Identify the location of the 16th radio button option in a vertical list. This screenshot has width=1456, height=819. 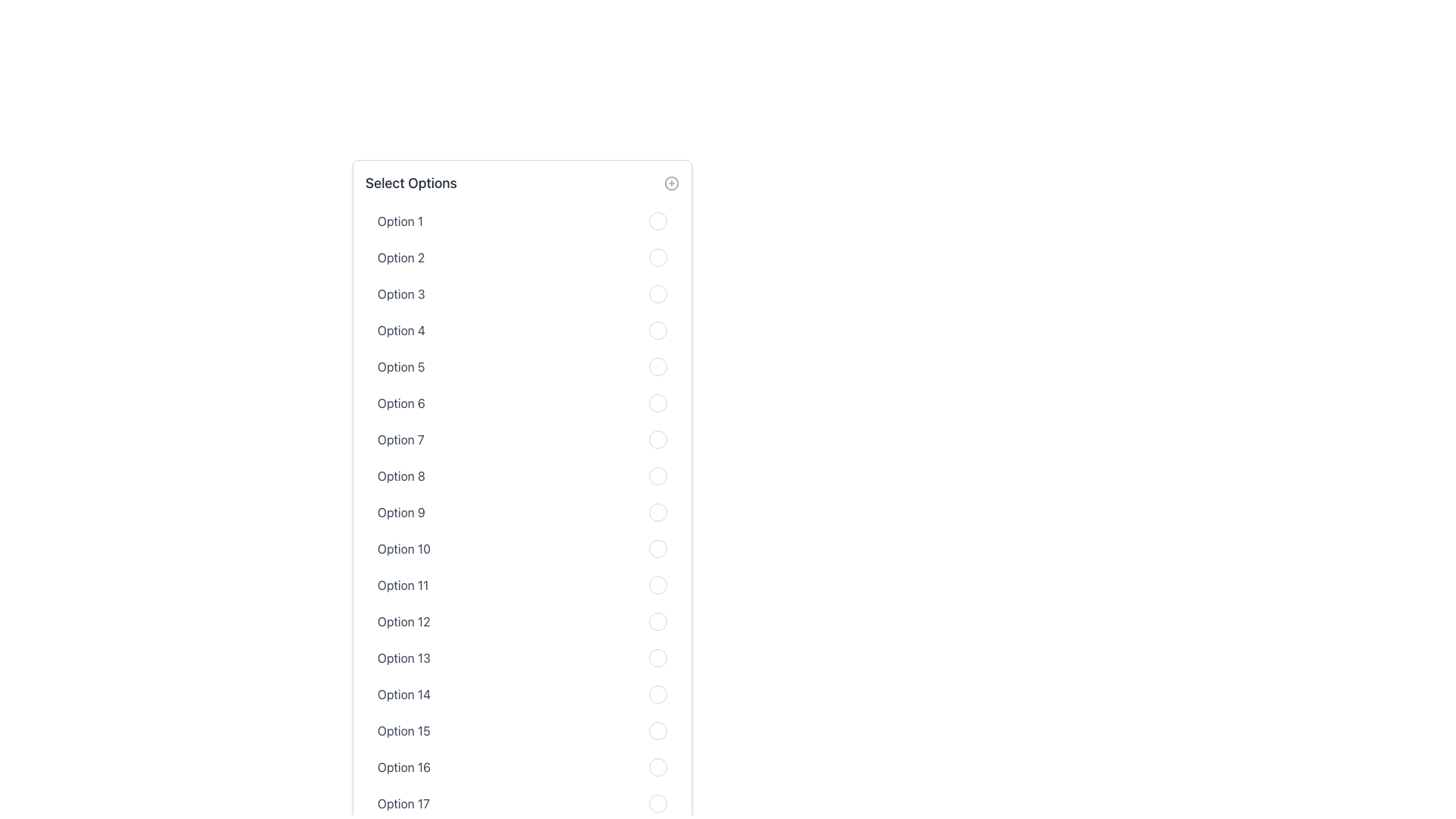
(522, 767).